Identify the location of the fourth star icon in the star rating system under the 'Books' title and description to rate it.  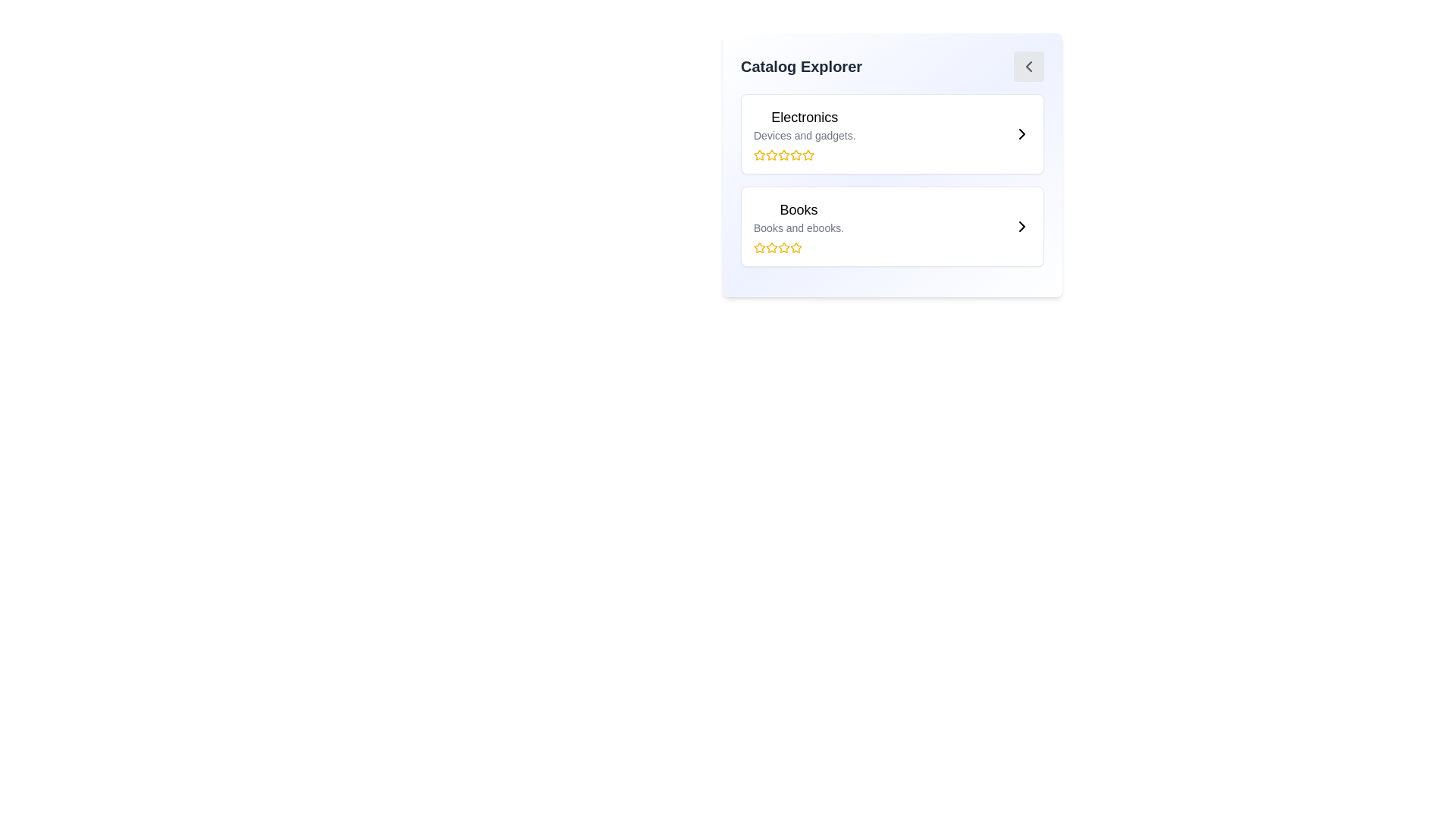
(783, 247).